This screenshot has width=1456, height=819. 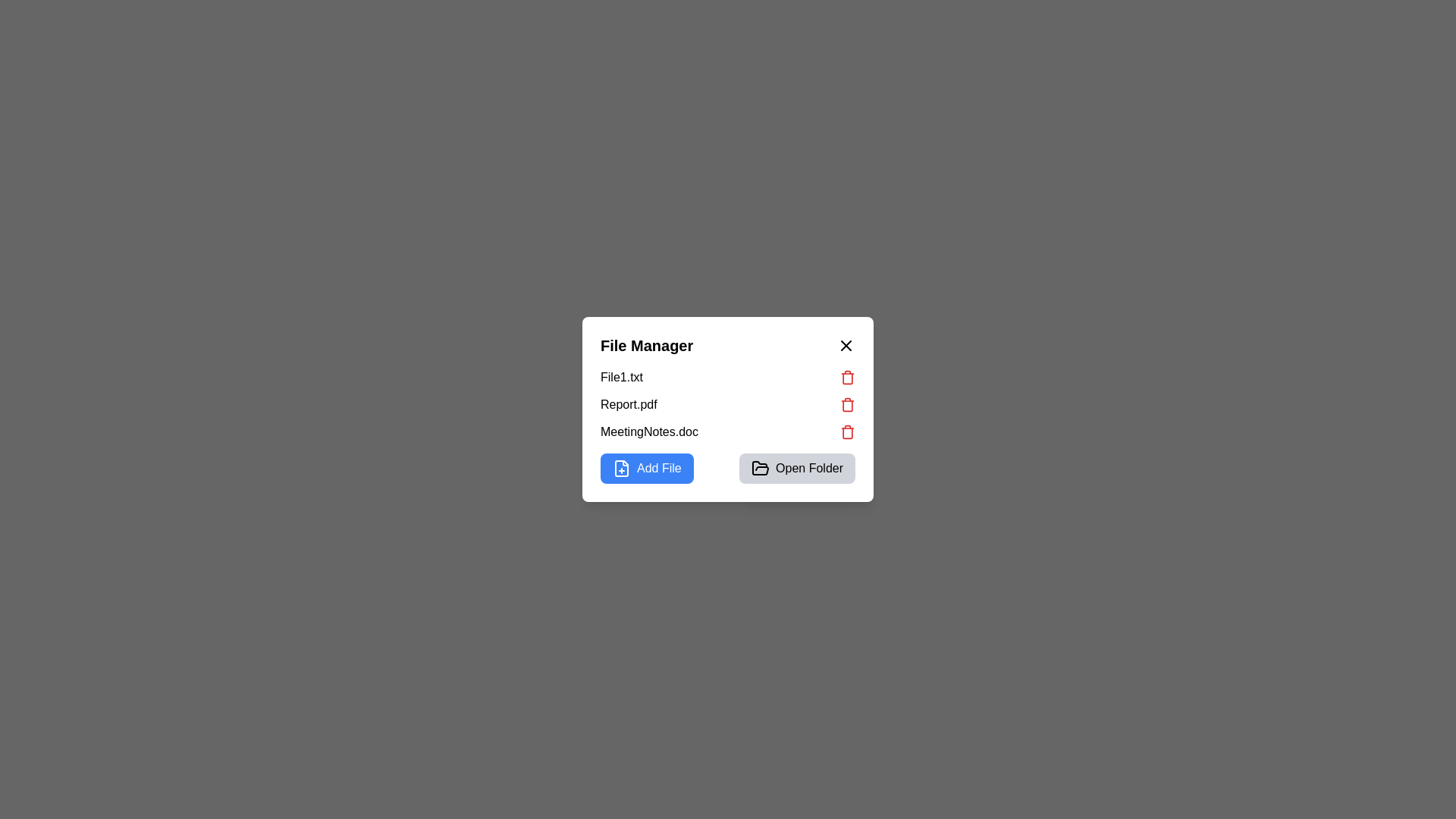 I want to click on the delete icon located to the right of 'File1.txt' in the top entry of the list within the 'File Manager' dialog box, so click(x=847, y=376).